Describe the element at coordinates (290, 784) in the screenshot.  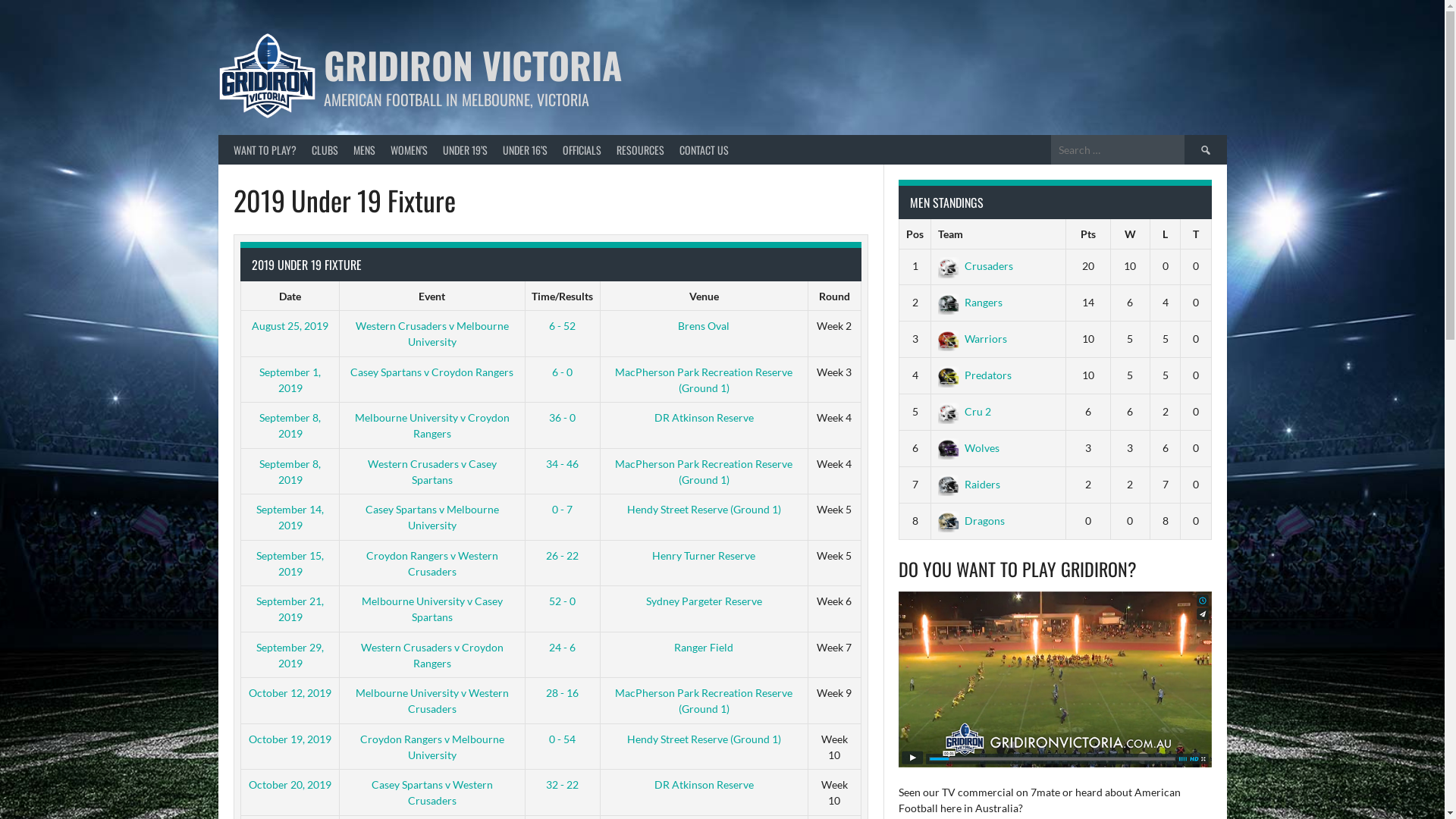
I see `'October 20, 2019'` at that location.